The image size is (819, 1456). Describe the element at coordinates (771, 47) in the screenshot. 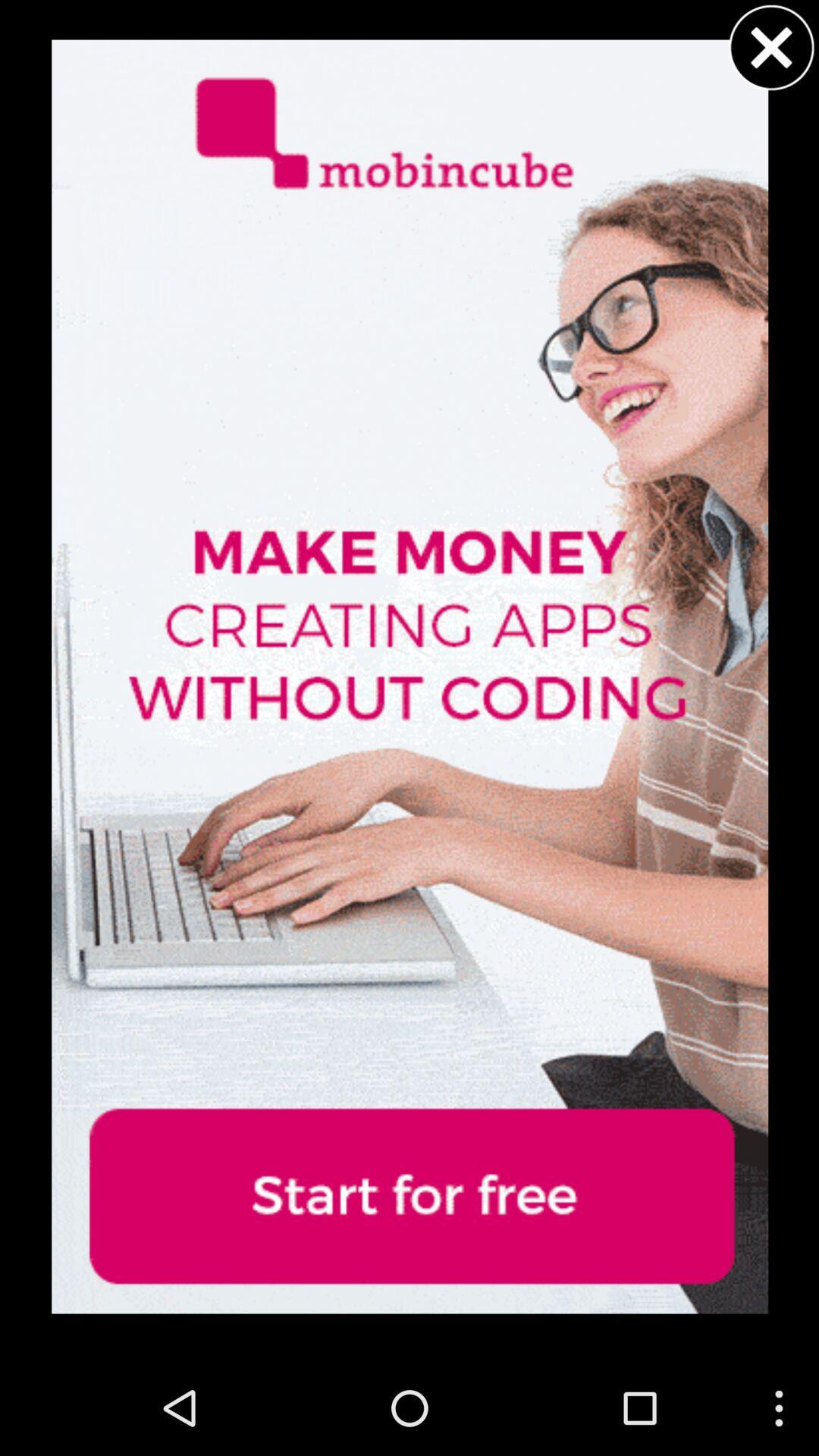

I see `exit advertisement` at that location.